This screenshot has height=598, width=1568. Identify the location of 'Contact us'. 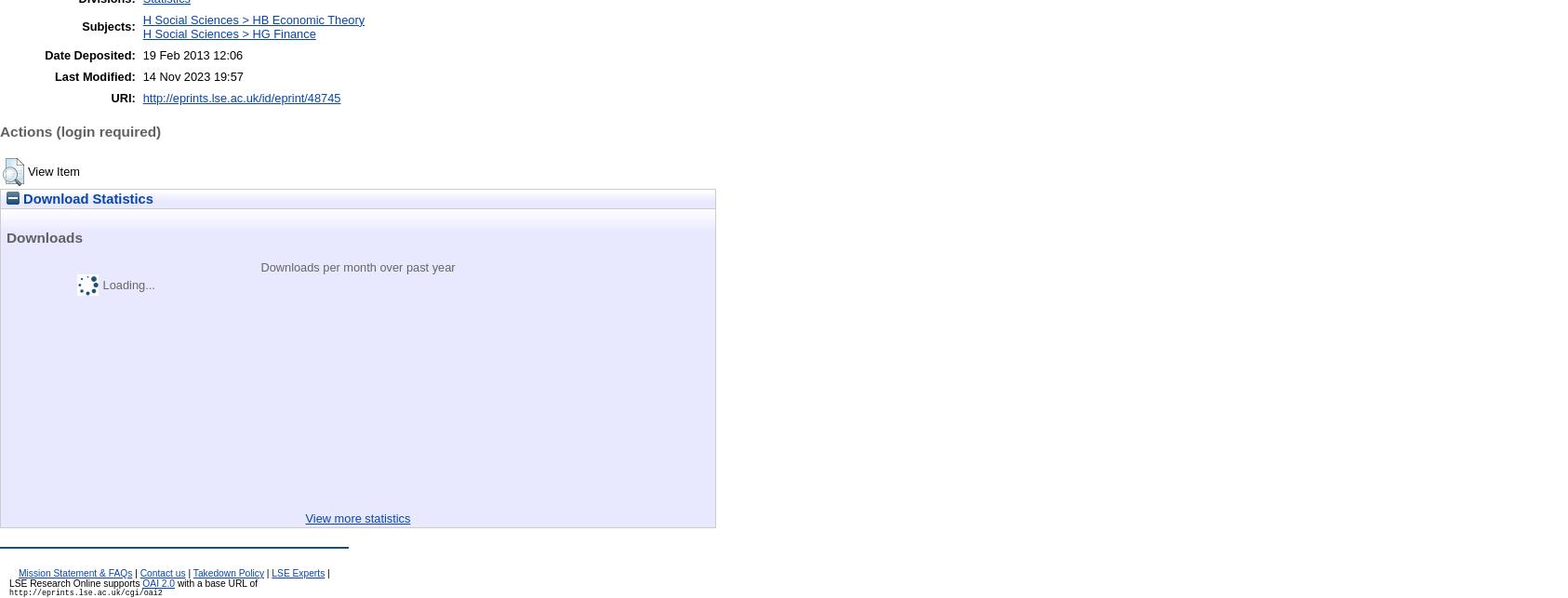
(140, 571).